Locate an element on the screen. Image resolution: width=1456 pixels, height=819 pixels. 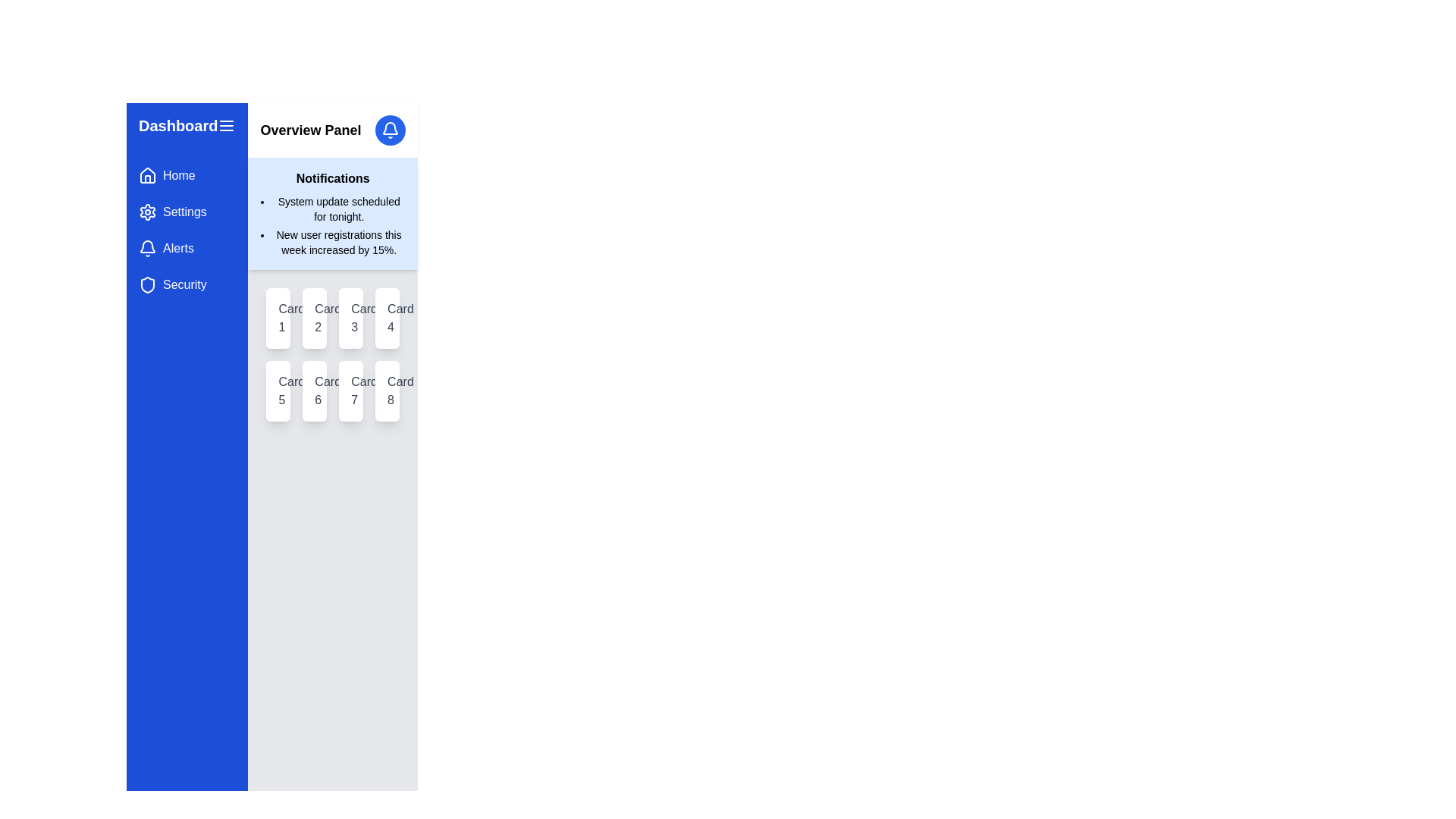
the house icon detail located centrally above the 'Home' text label in the sidebar is located at coordinates (148, 178).